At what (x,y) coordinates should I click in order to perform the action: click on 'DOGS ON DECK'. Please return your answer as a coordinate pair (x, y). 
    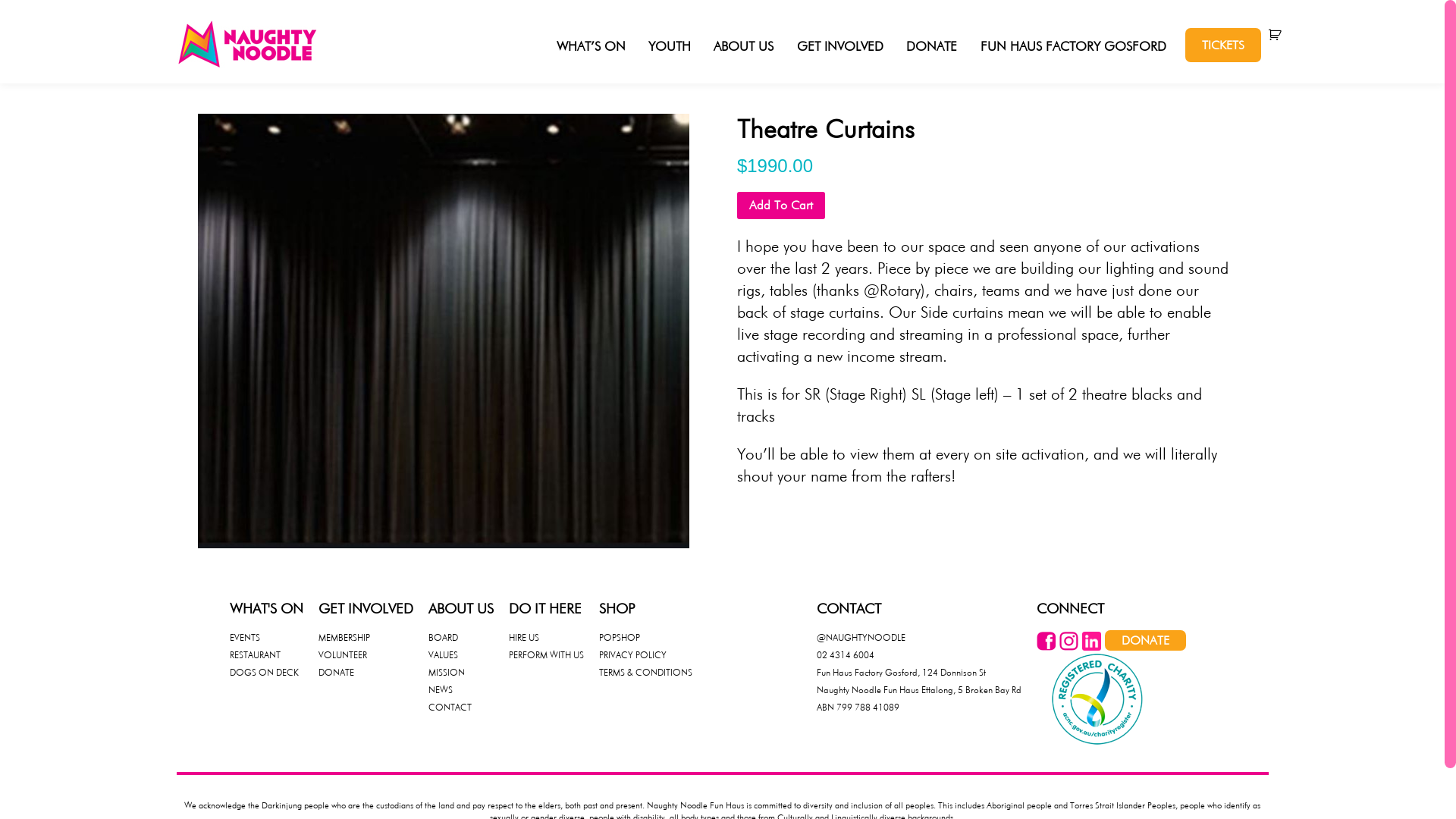
    Looking at the image, I should click on (263, 671).